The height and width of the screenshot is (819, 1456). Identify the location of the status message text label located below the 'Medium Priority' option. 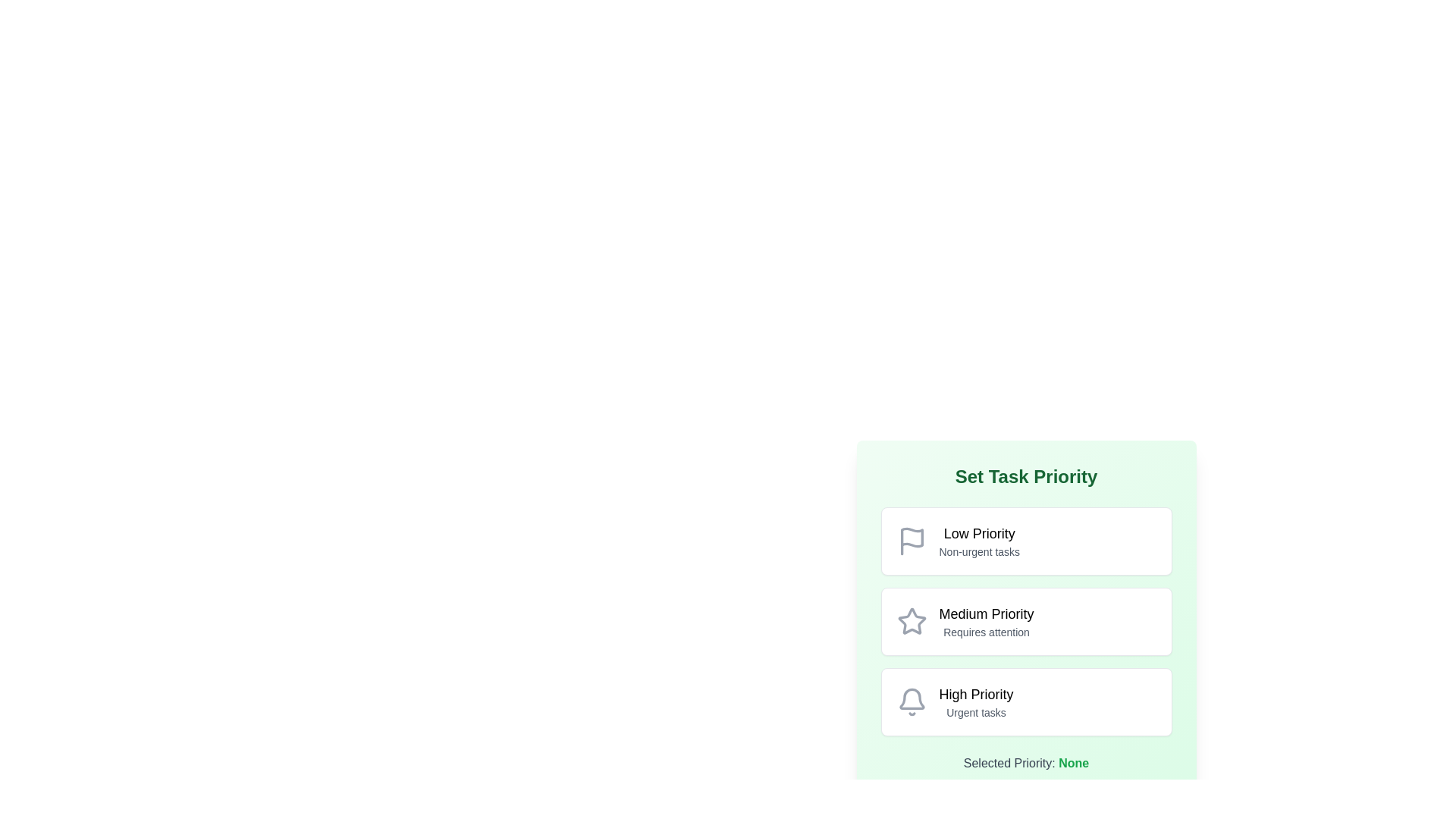
(986, 632).